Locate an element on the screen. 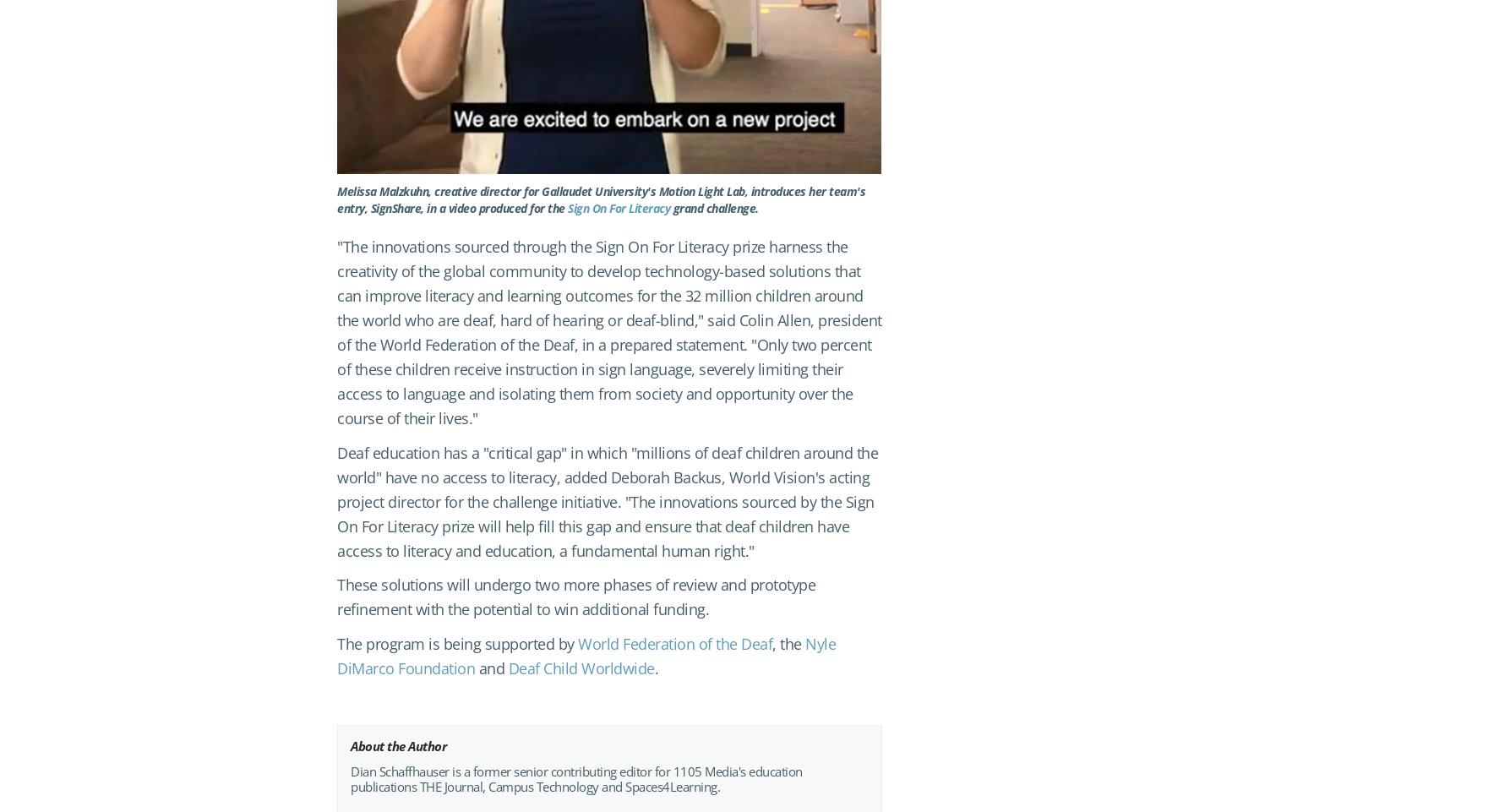 The image size is (1494, 812). 'Deaf Child Worldwide' is located at coordinates (506, 667).